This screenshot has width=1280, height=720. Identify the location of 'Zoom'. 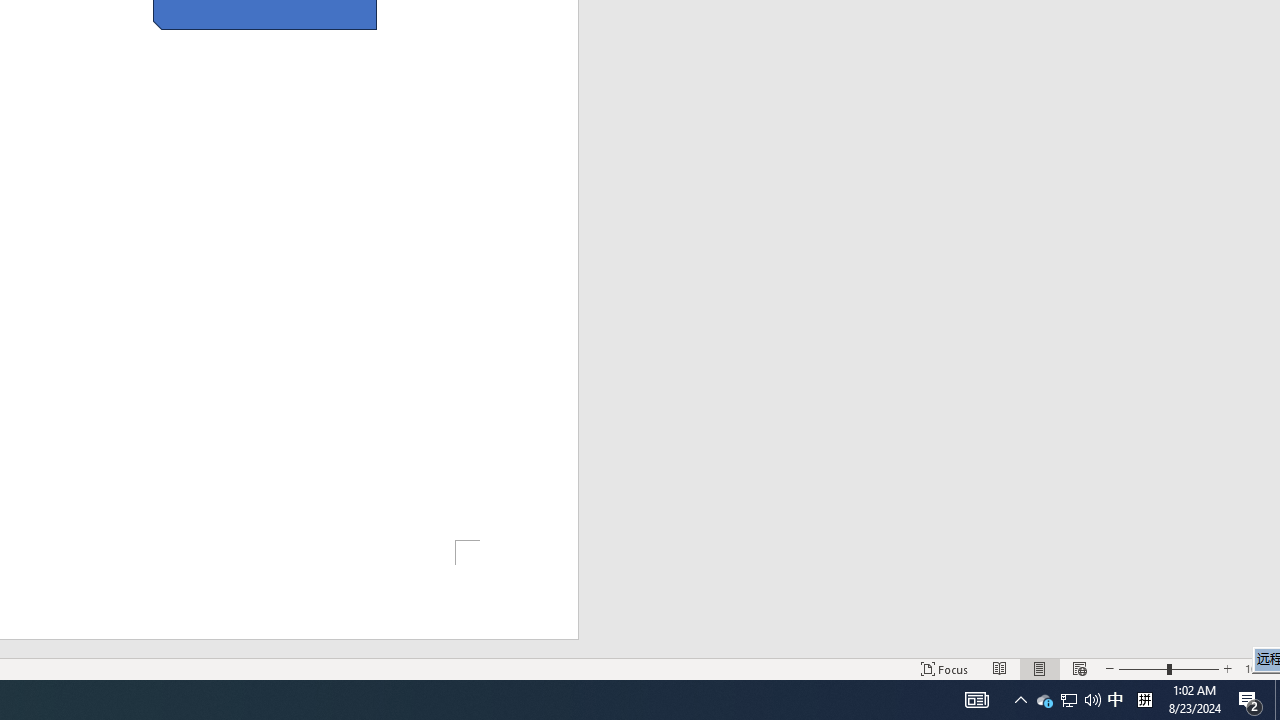
(1168, 669).